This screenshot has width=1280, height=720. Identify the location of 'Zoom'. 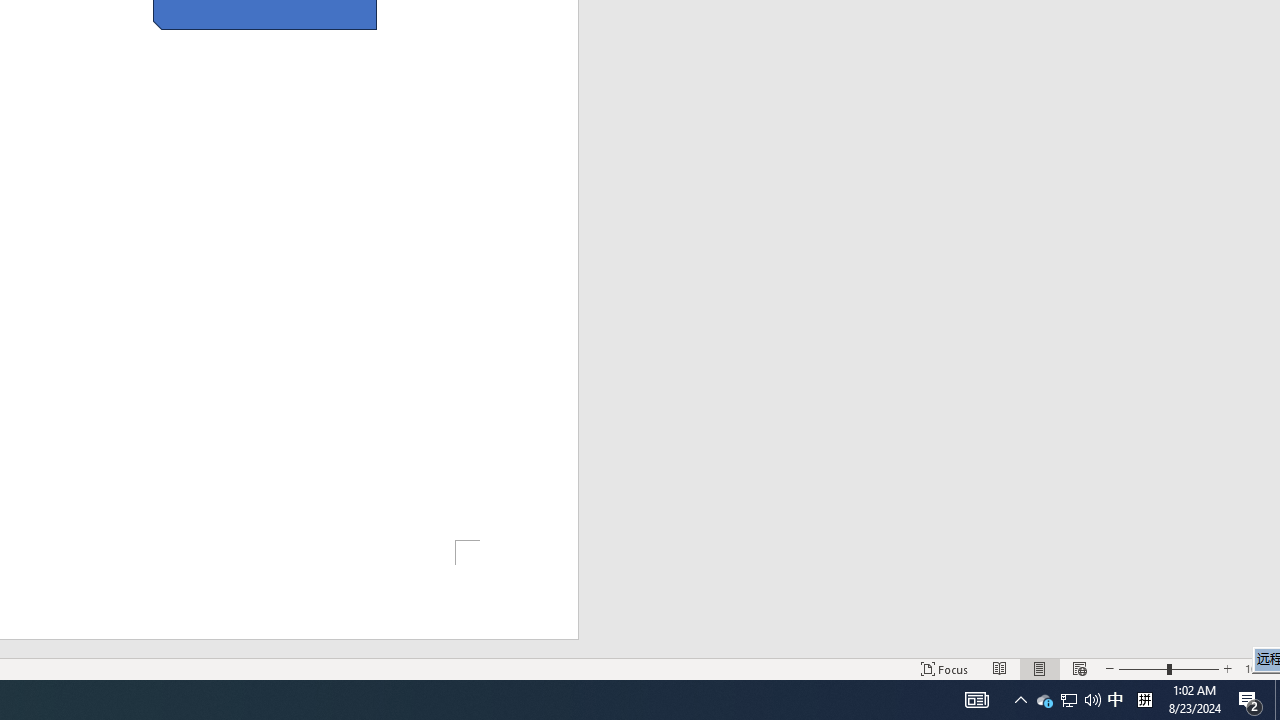
(1168, 669).